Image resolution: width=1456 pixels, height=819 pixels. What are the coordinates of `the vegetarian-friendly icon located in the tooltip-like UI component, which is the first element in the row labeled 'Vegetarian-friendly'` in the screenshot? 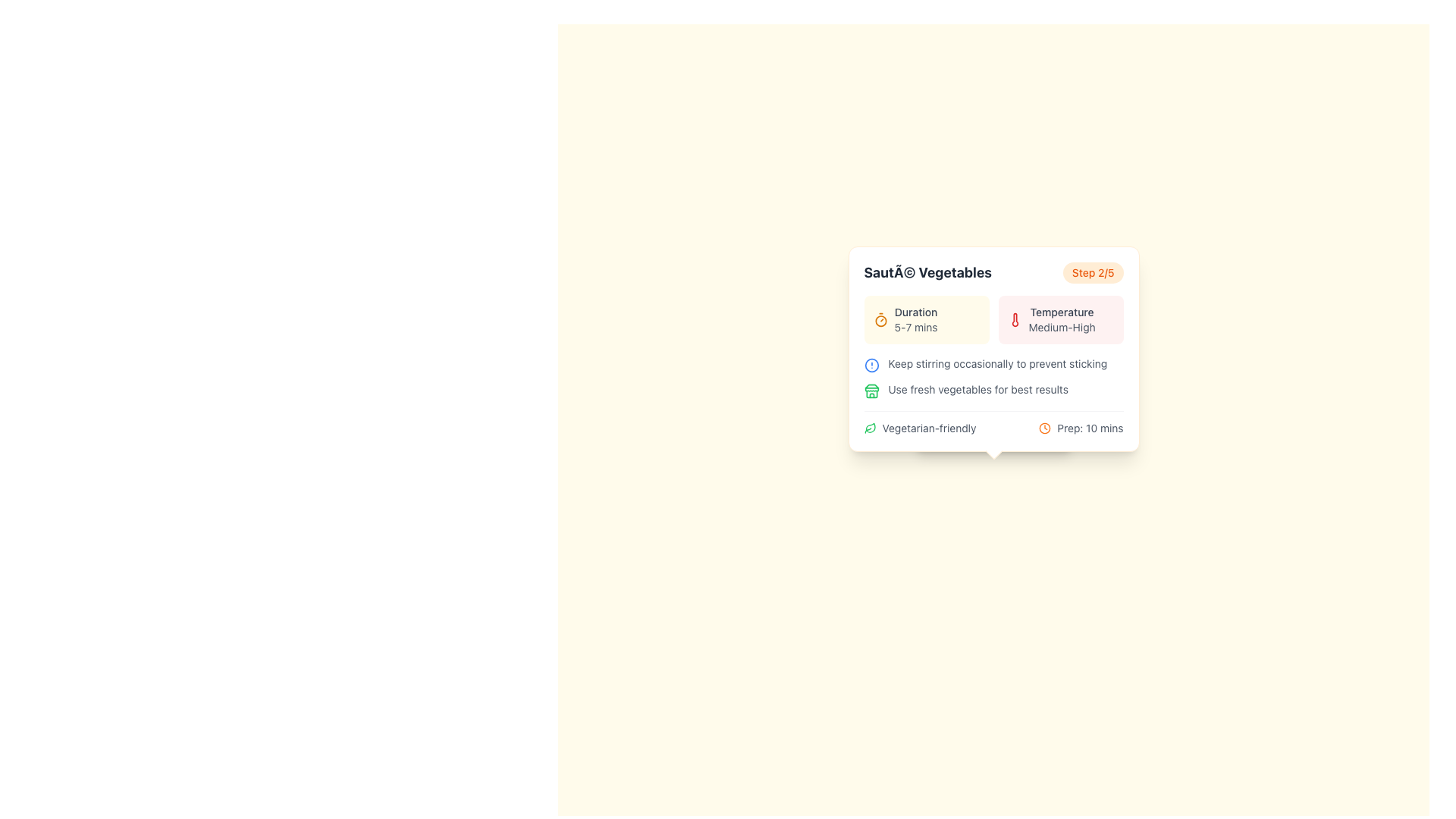 It's located at (870, 428).